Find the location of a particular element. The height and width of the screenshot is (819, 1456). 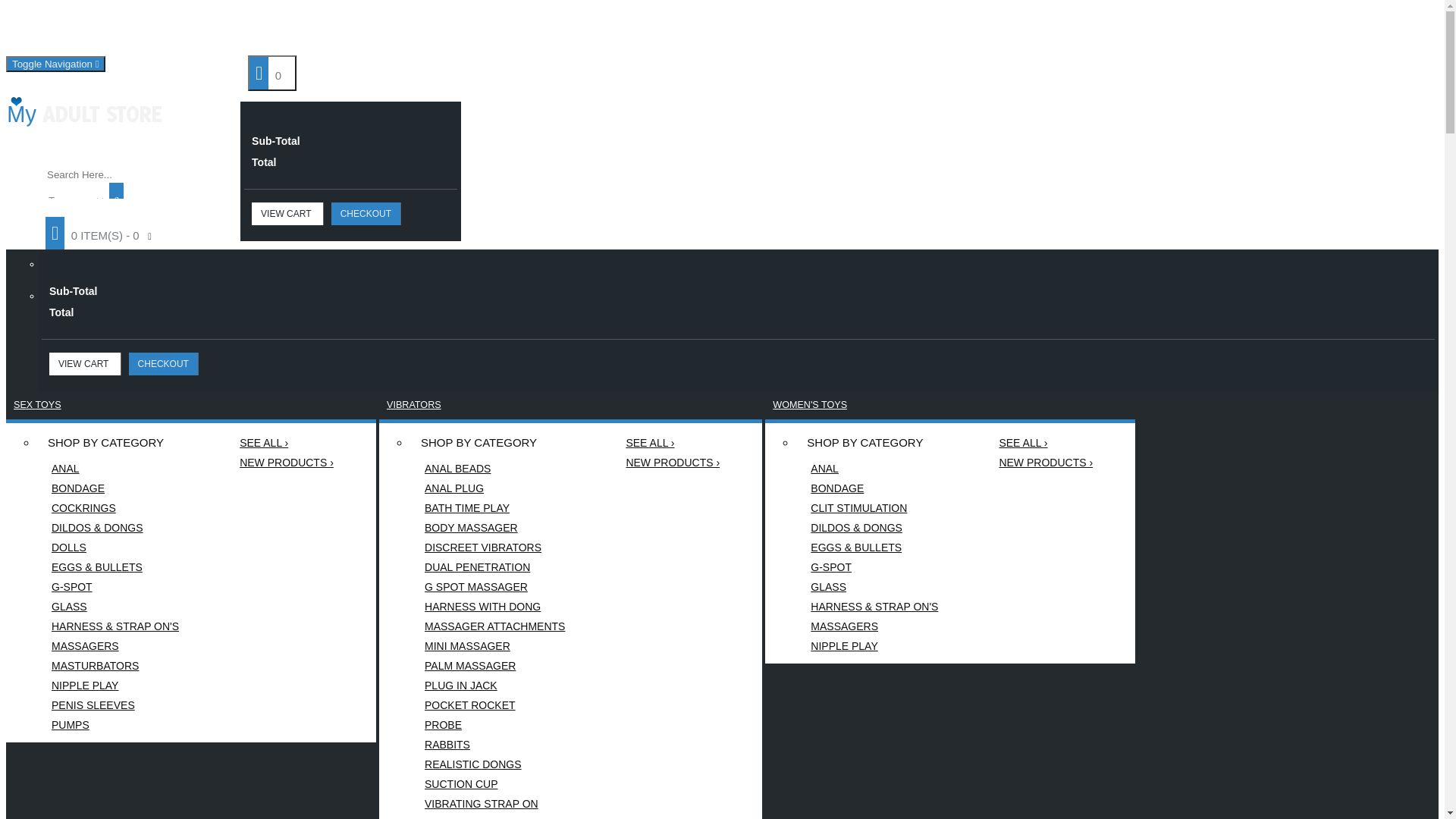

'Toggle Navigation' is located at coordinates (55, 63).